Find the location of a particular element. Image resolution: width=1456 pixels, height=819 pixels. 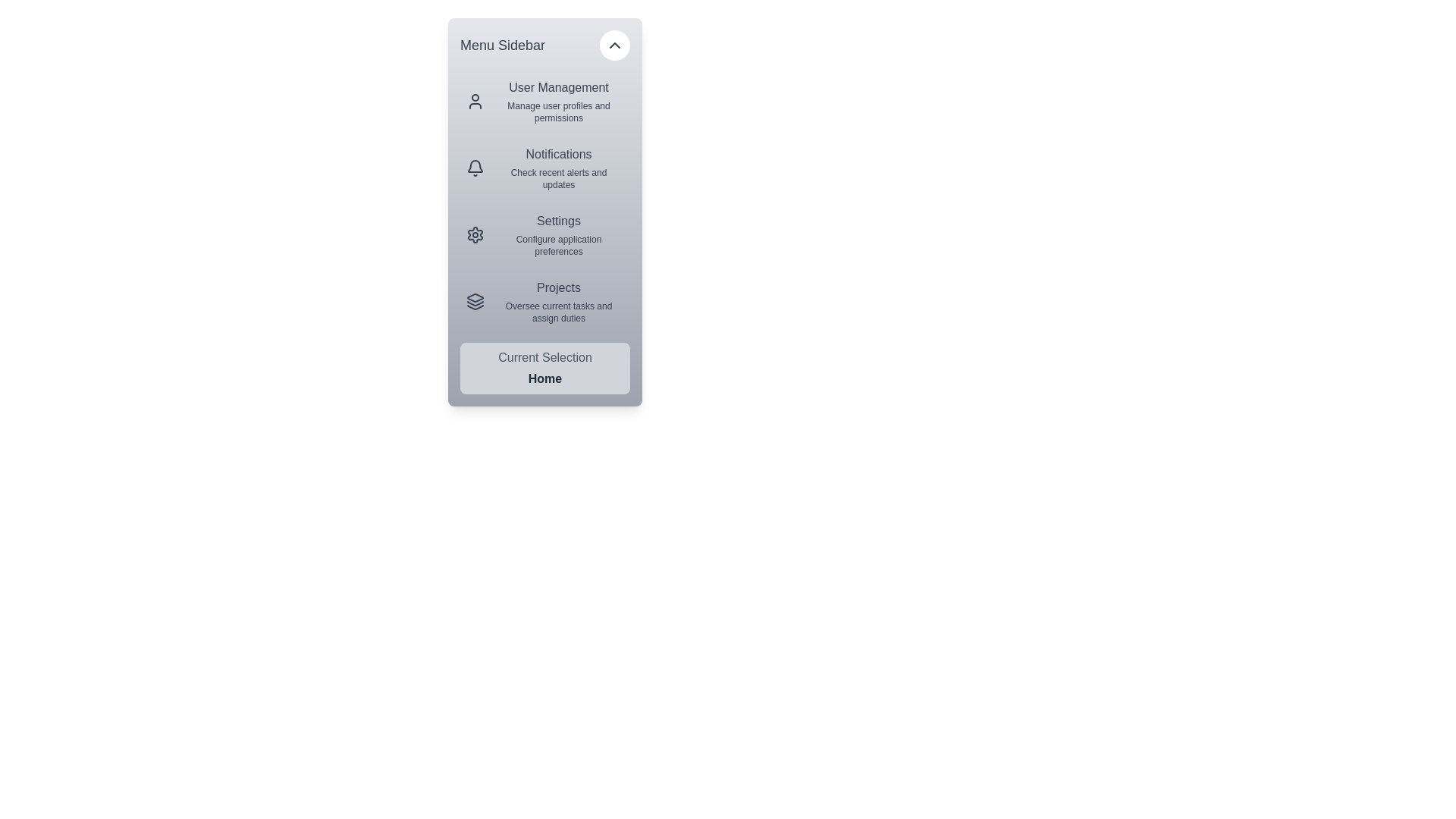

the notifications button located on the vertical sidebar, which is the second element from the top is located at coordinates (558, 168).